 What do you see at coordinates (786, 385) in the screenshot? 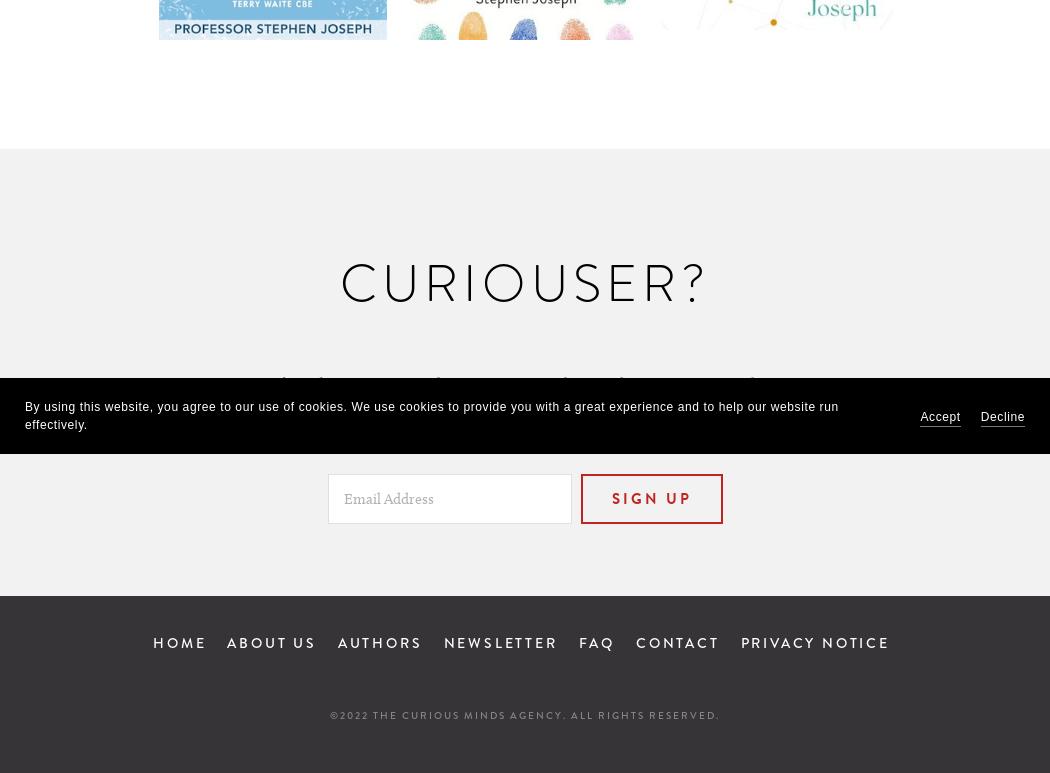
I see `'.'` at bounding box center [786, 385].